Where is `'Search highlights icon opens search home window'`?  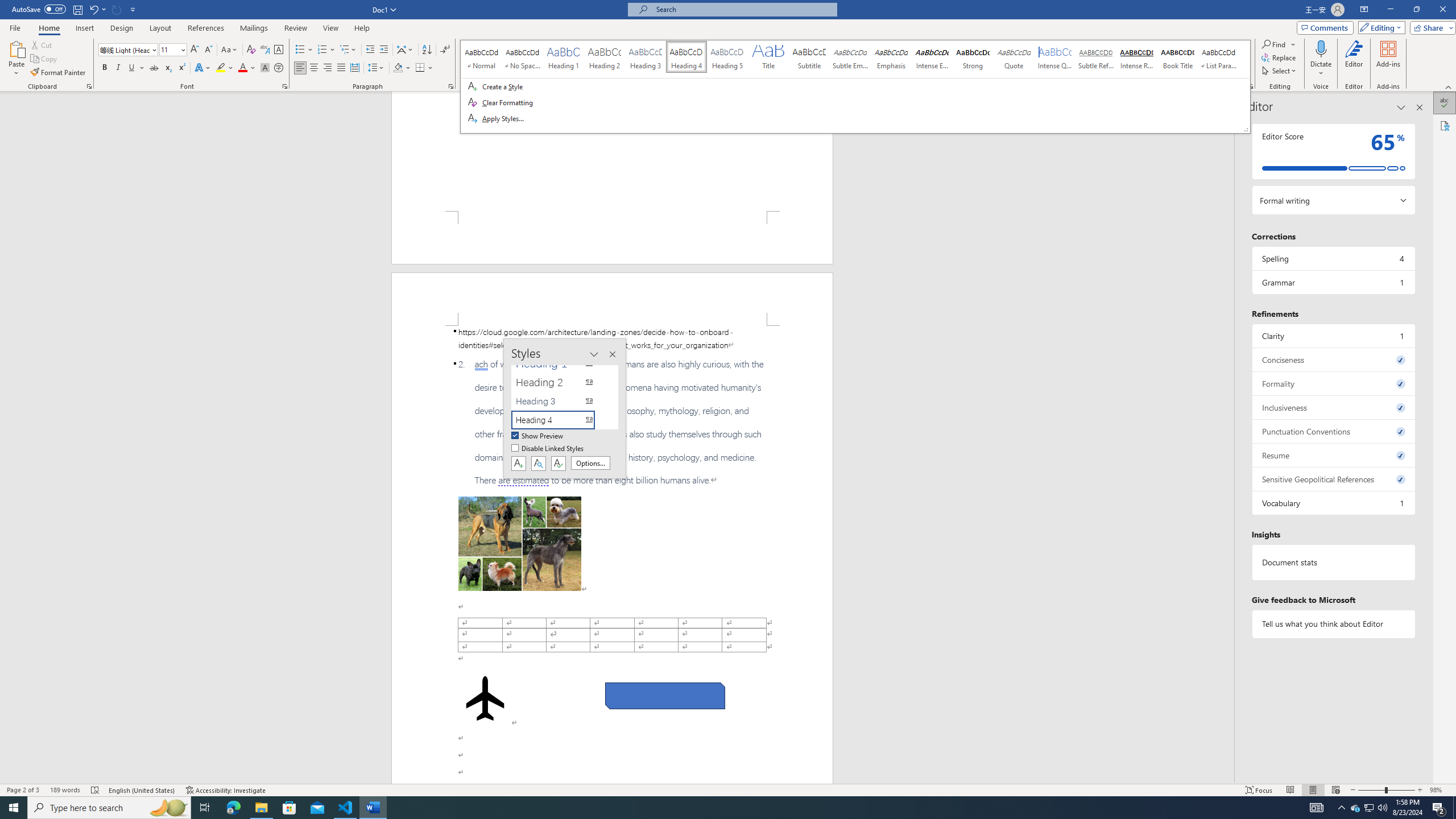
'Search highlights icon opens search home window' is located at coordinates (167, 806).